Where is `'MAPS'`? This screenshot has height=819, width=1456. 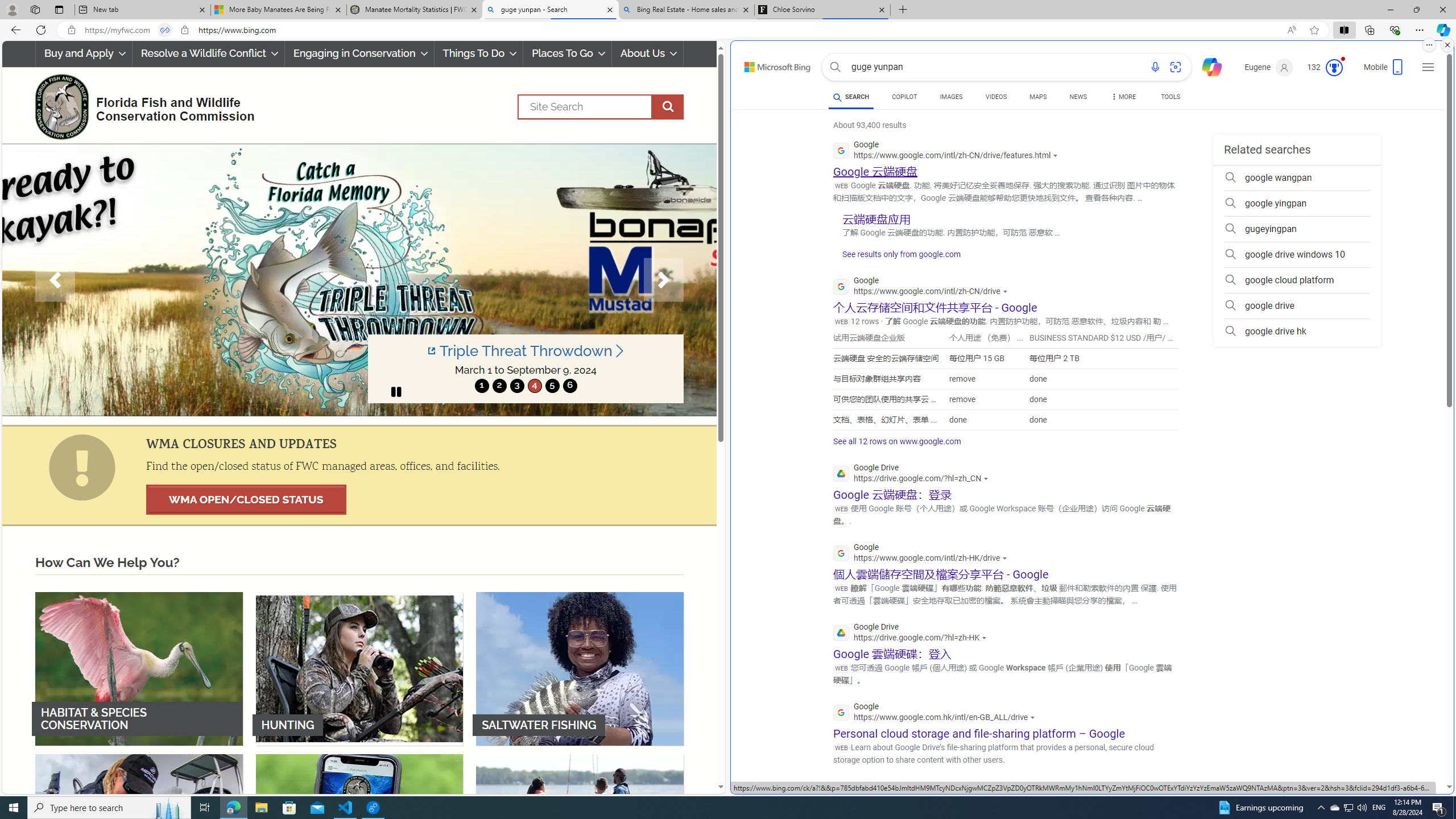
'MAPS' is located at coordinates (1038, 96).